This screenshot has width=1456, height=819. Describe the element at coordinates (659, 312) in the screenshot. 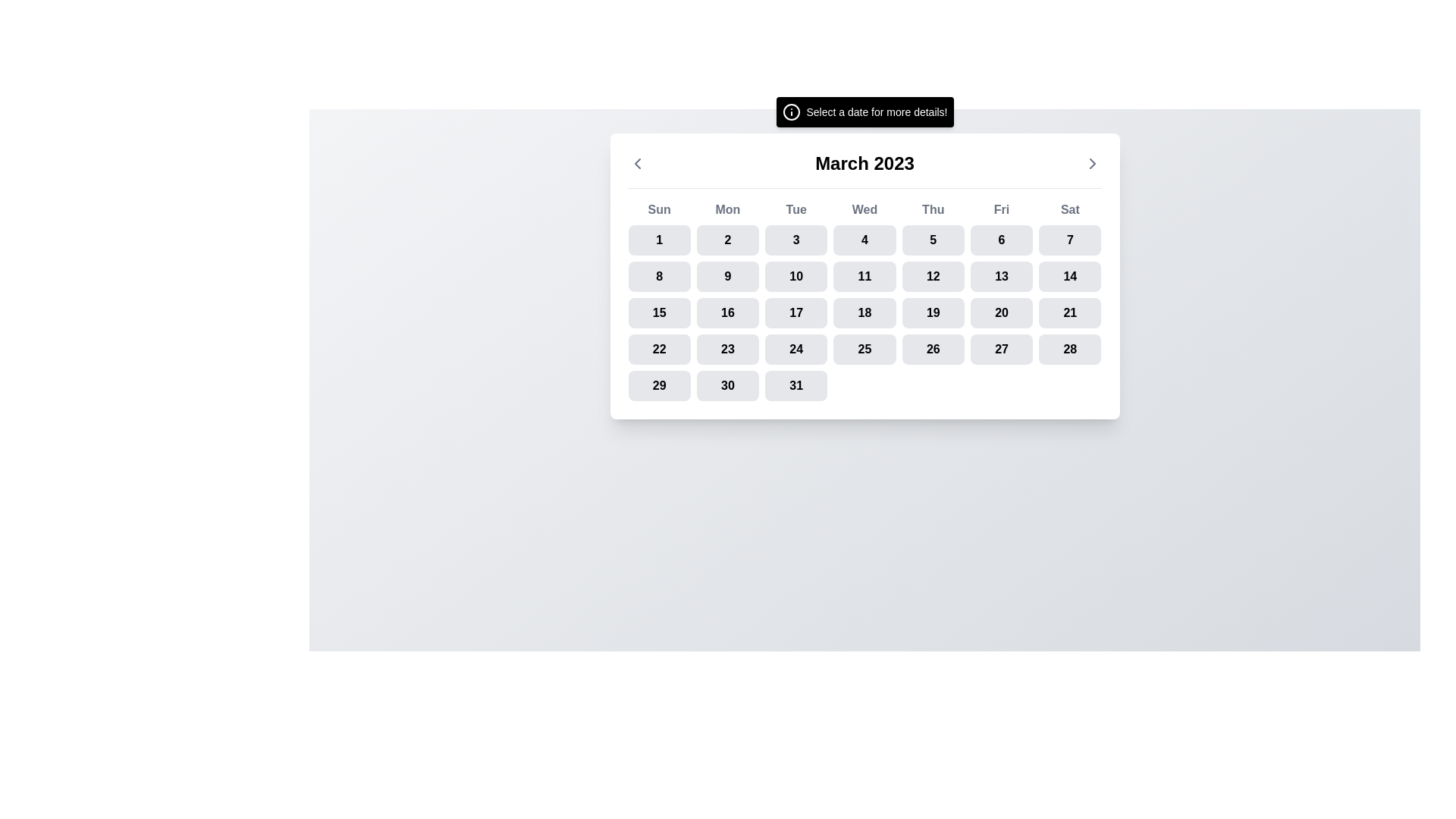

I see `the small rectangular gray button with rounded corners labeled '15'` at that location.